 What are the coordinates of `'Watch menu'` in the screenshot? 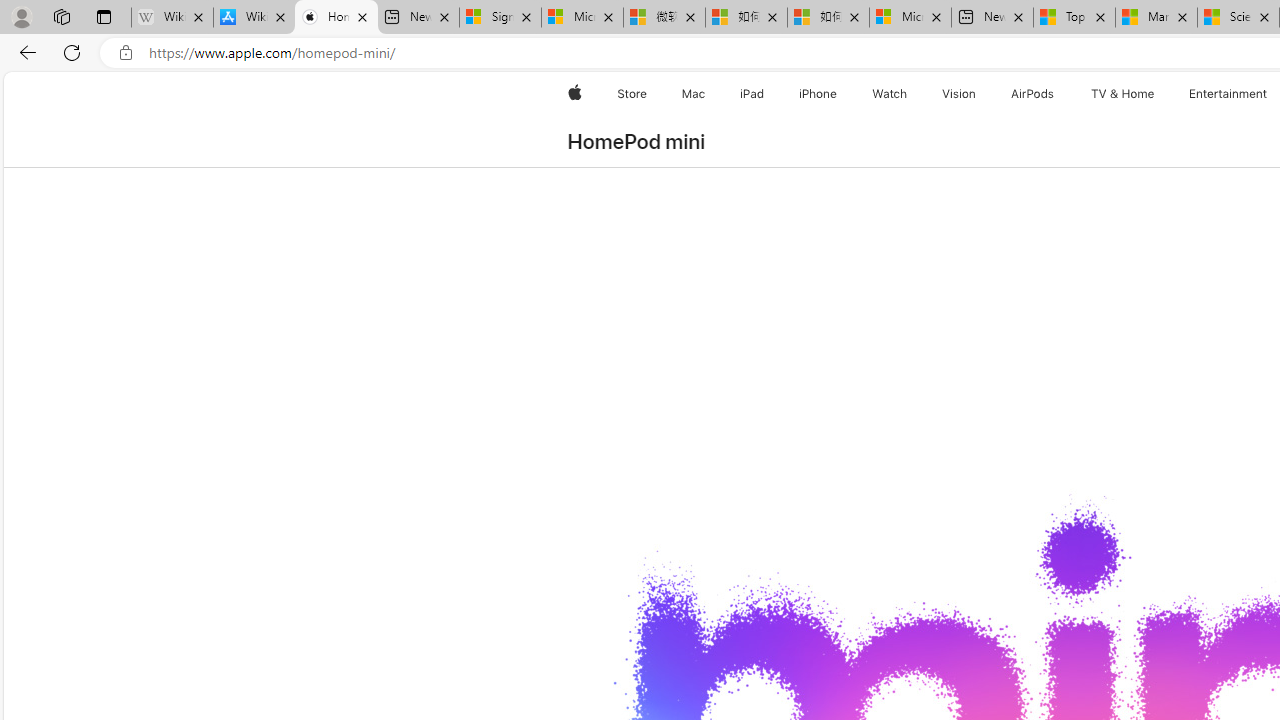 It's located at (910, 93).